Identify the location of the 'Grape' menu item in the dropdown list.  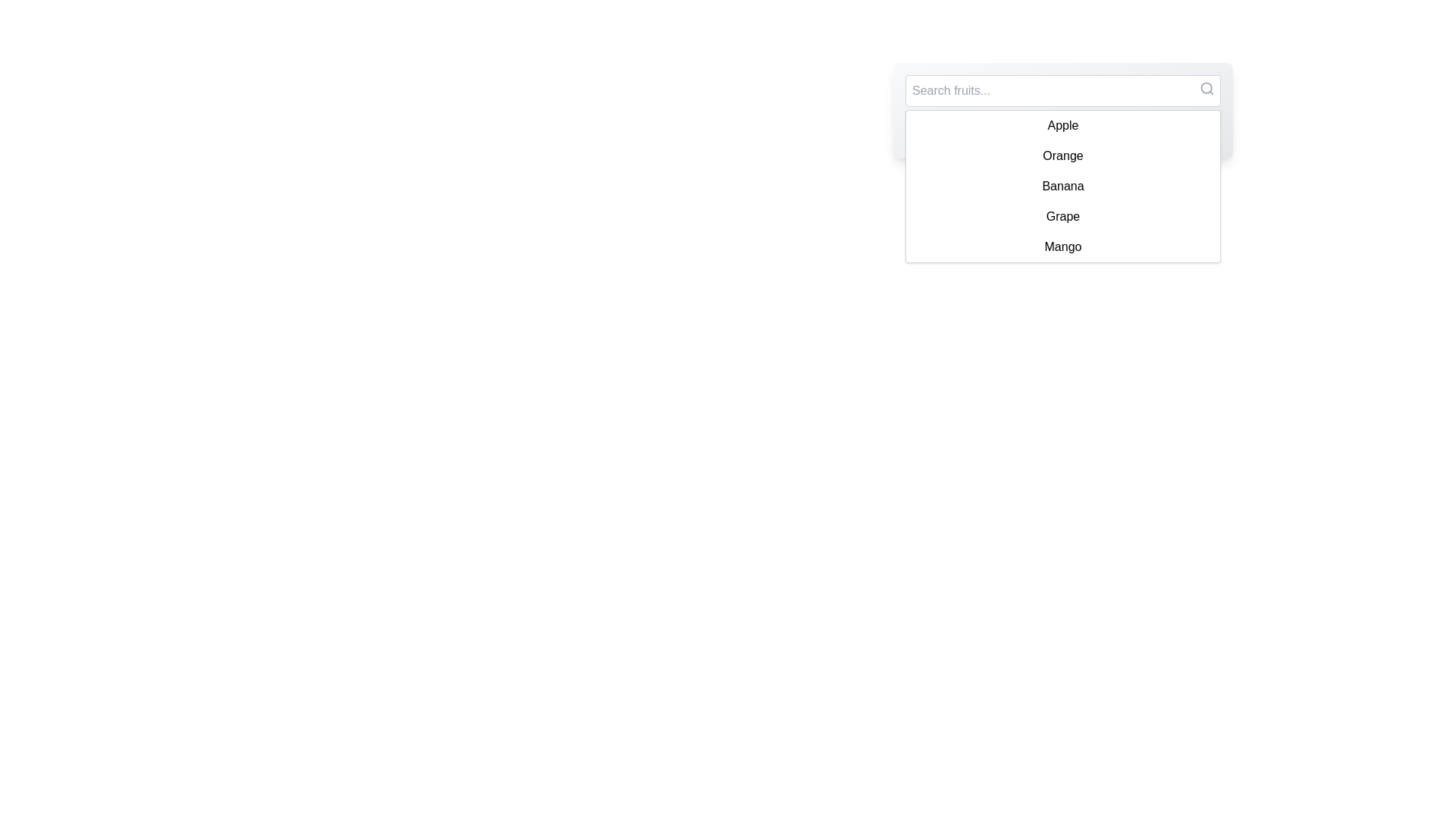
(1062, 216).